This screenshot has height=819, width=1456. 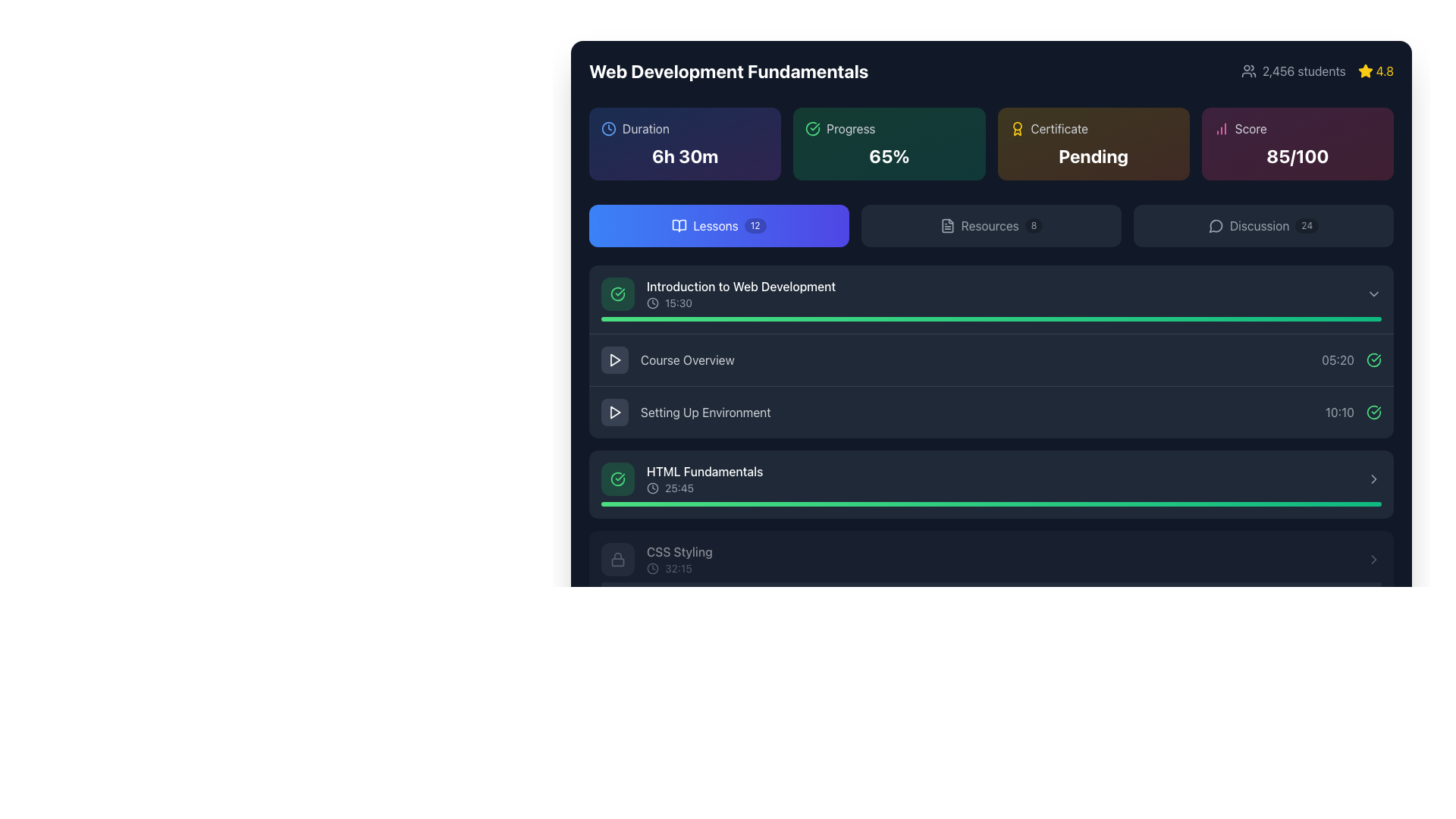 I want to click on text displayed in the gray Text label showing '05:20', which is located to the right of the 'Course Overview' lesson title in the Lessons section, so click(x=1338, y=359).